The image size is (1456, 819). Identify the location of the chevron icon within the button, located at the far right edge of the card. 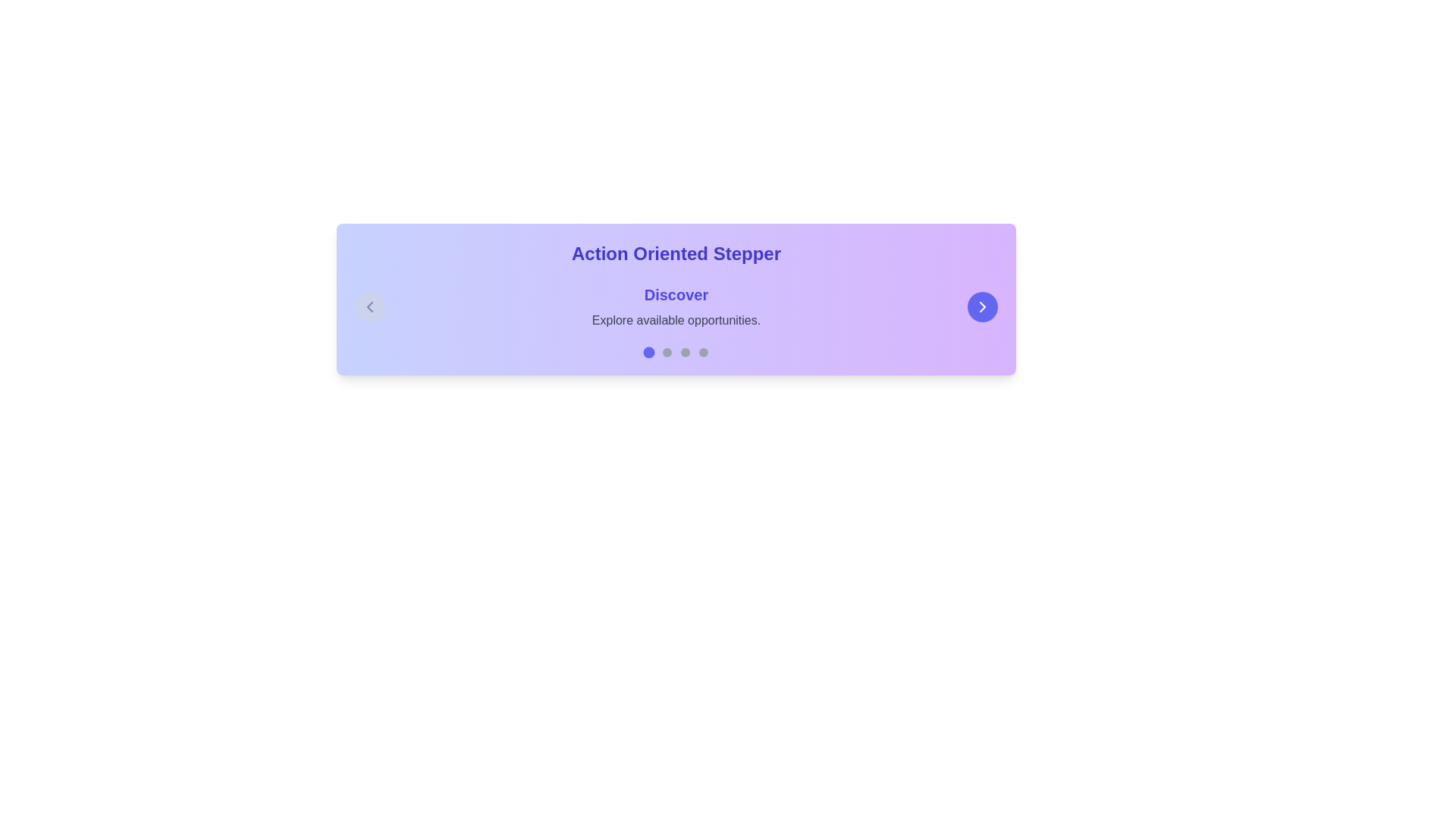
(983, 307).